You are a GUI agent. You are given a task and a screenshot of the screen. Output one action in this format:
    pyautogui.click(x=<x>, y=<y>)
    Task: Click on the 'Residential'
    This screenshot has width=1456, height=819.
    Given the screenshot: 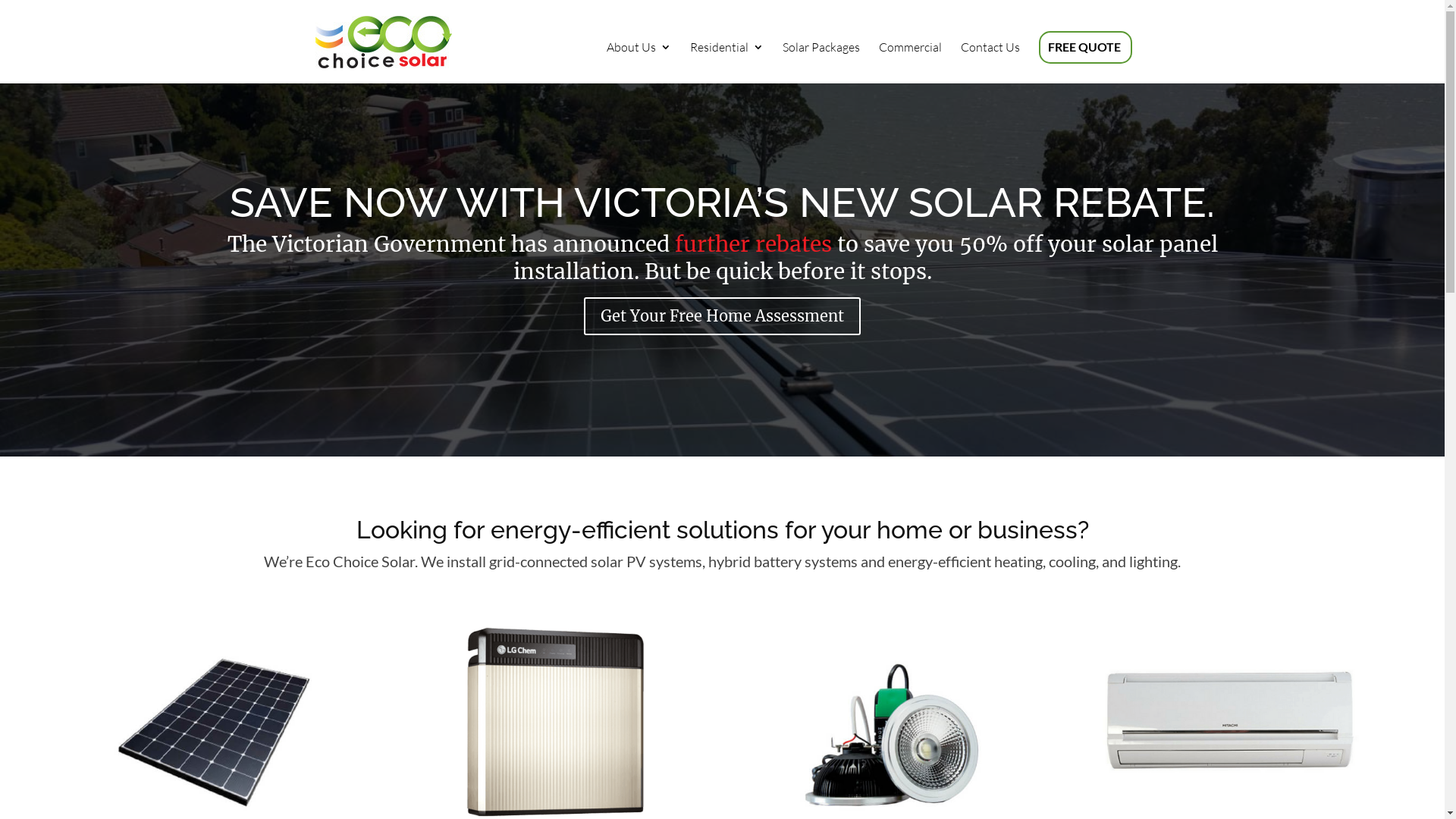 What is the action you would take?
    pyautogui.click(x=726, y=61)
    